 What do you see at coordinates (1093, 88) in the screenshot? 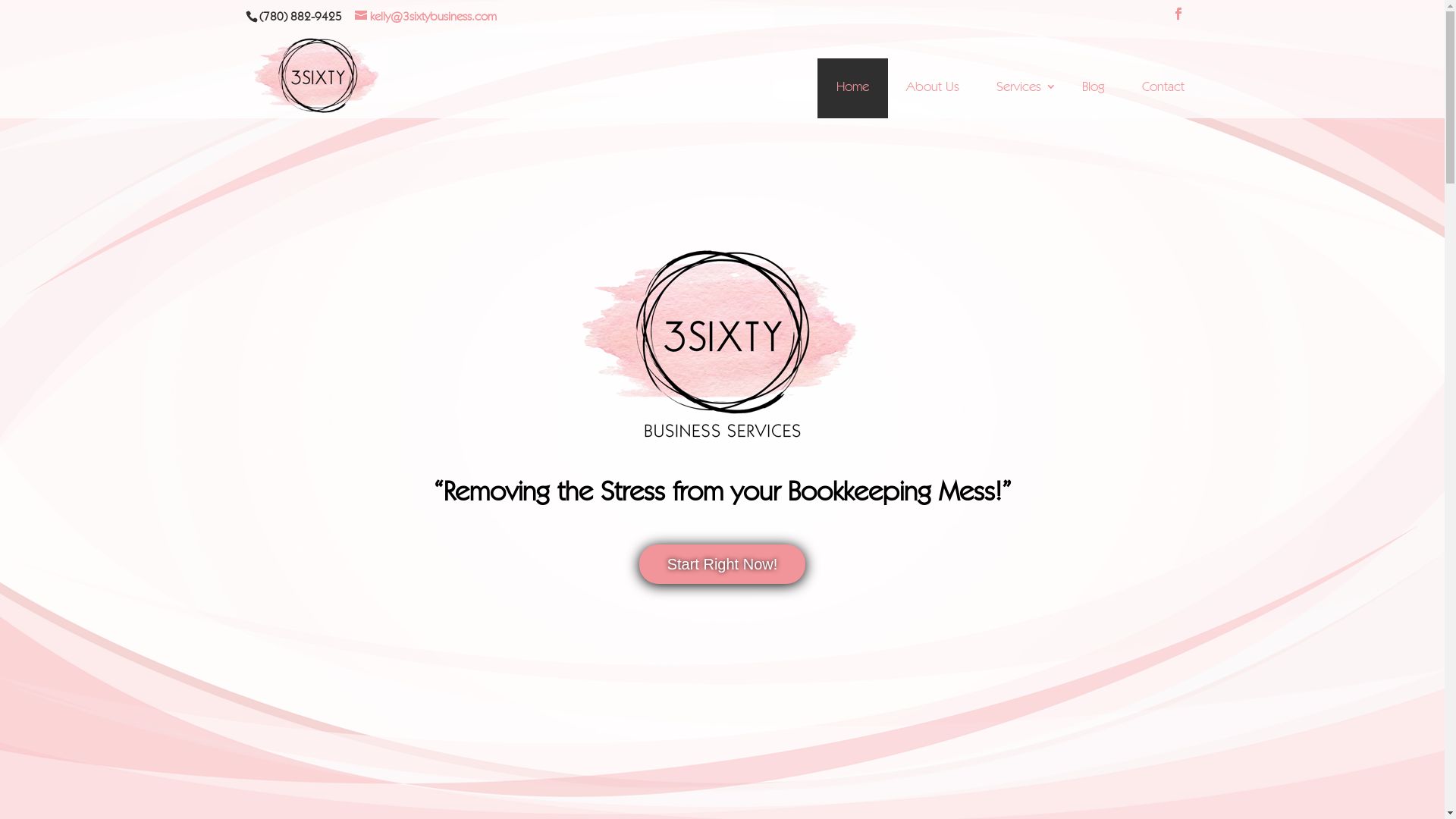
I see `'Blog'` at bounding box center [1093, 88].